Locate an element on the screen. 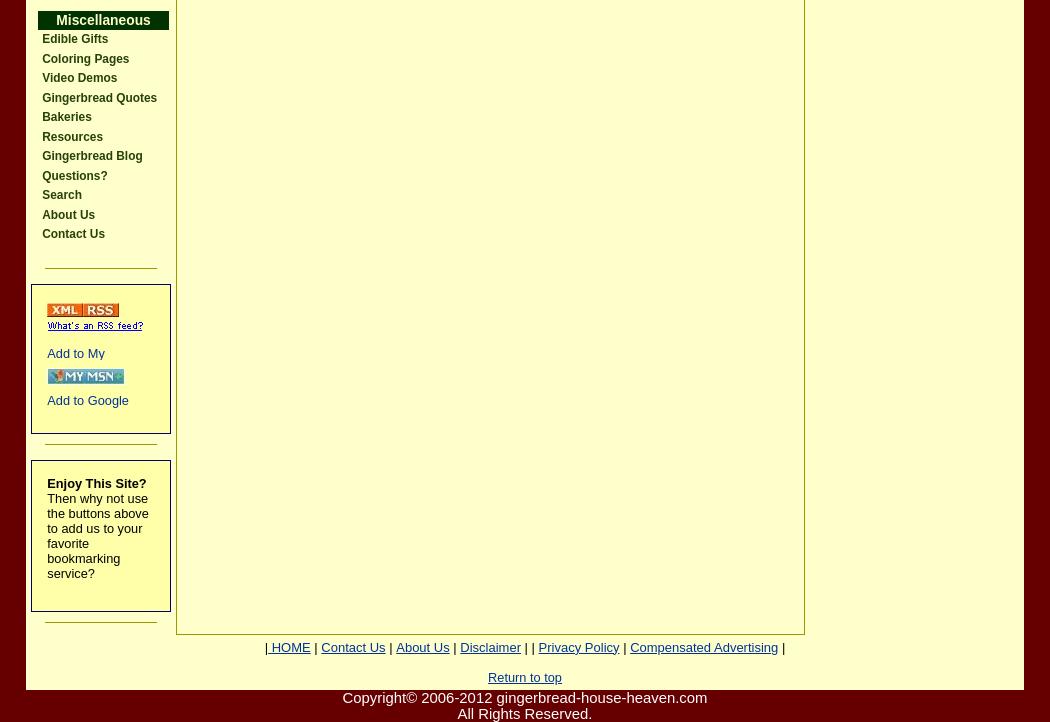 The height and width of the screenshot is (722, 1050). 'Search' is located at coordinates (60, 194).